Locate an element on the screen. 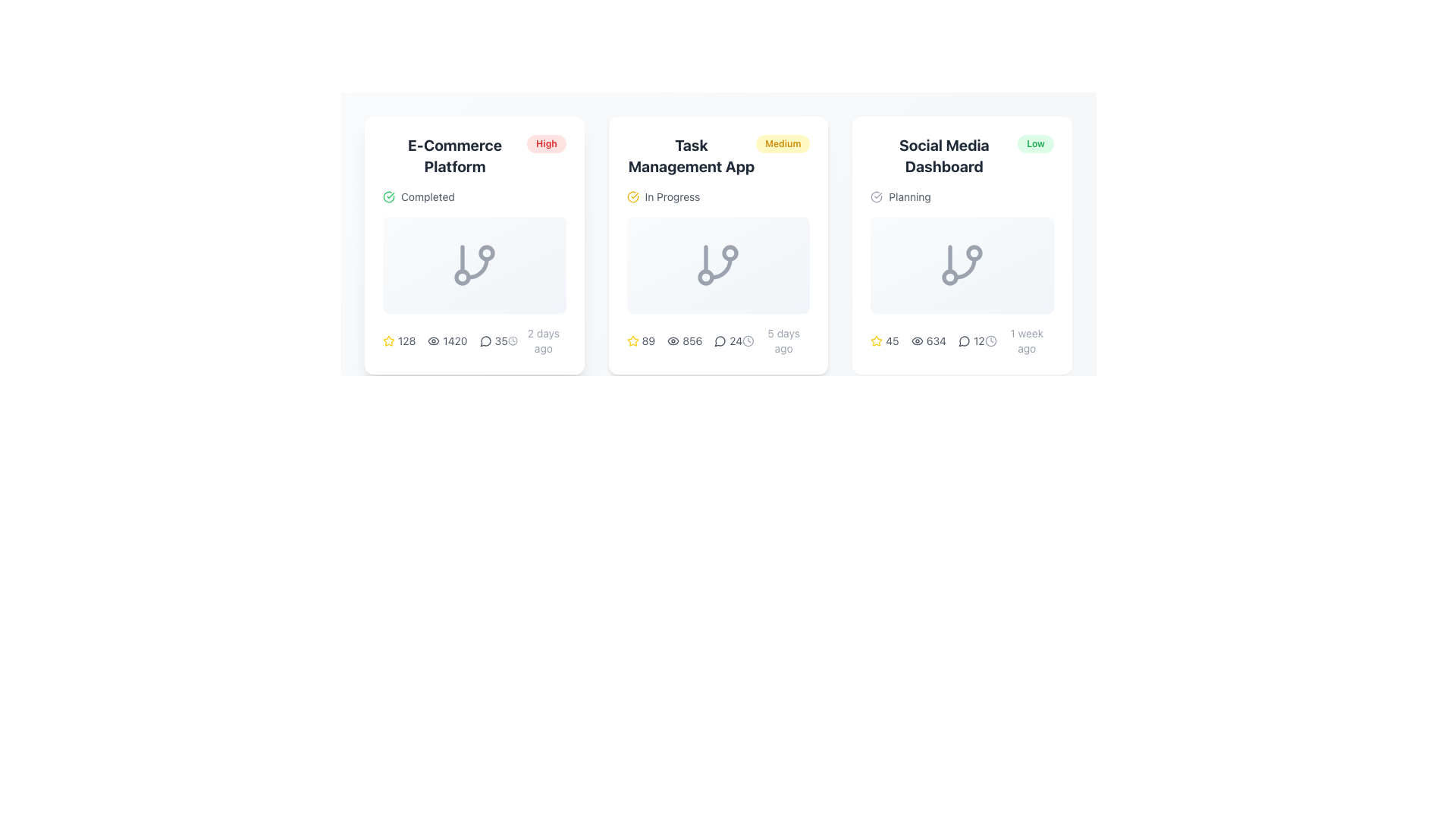 This screenshot has height=819, width=1456. the numerical value text component located in the bottom row of the 'Social Media Dashboard' card, positioned directly to the right of the eye icon, which indicates the number of views is located at coordinates (935, 341).